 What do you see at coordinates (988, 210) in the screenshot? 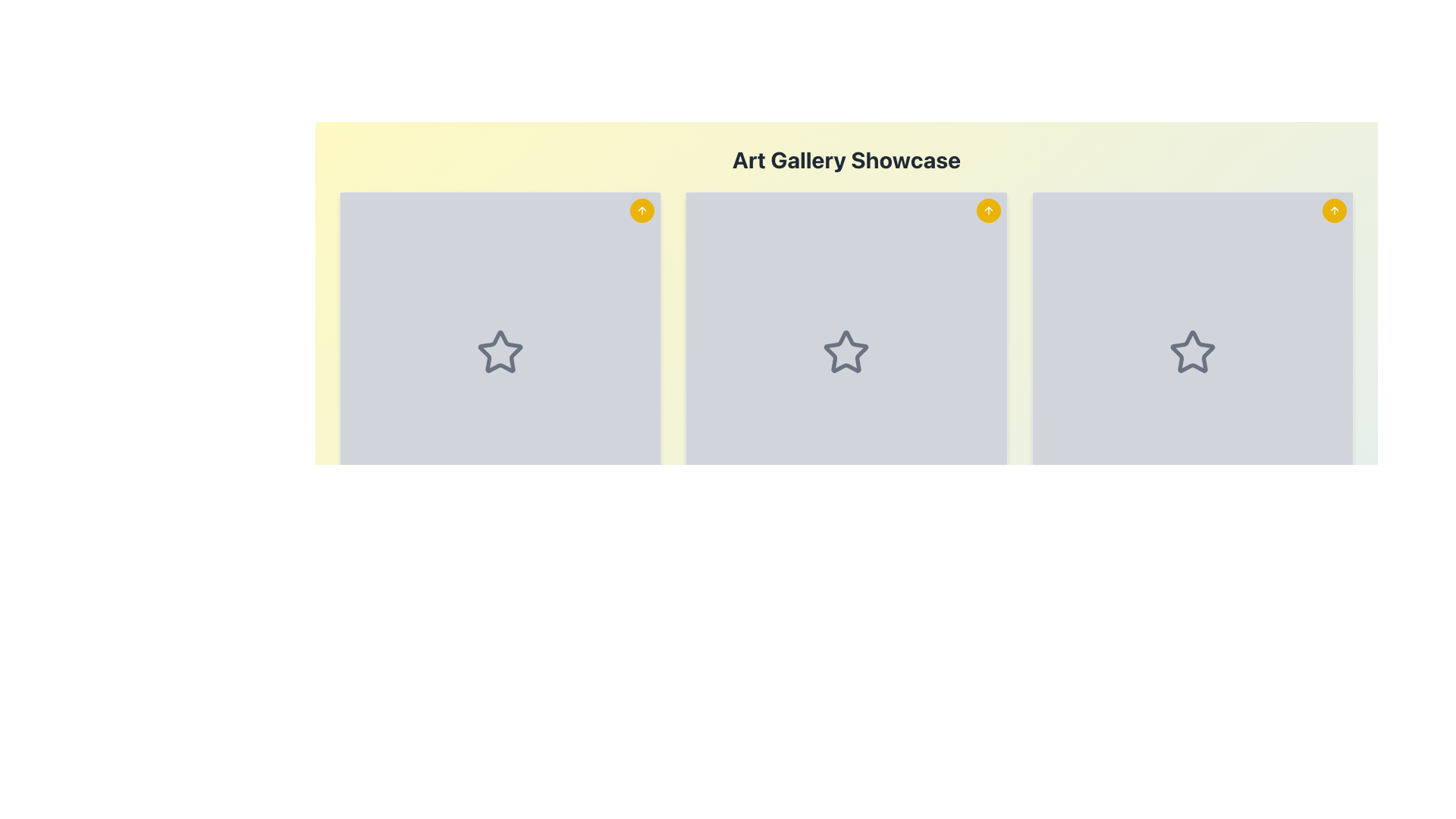
I see `the interactive button located at the top-right corner inside the second square item of the 'Art Gallery Showcase'` at bounding box center [988, 210].